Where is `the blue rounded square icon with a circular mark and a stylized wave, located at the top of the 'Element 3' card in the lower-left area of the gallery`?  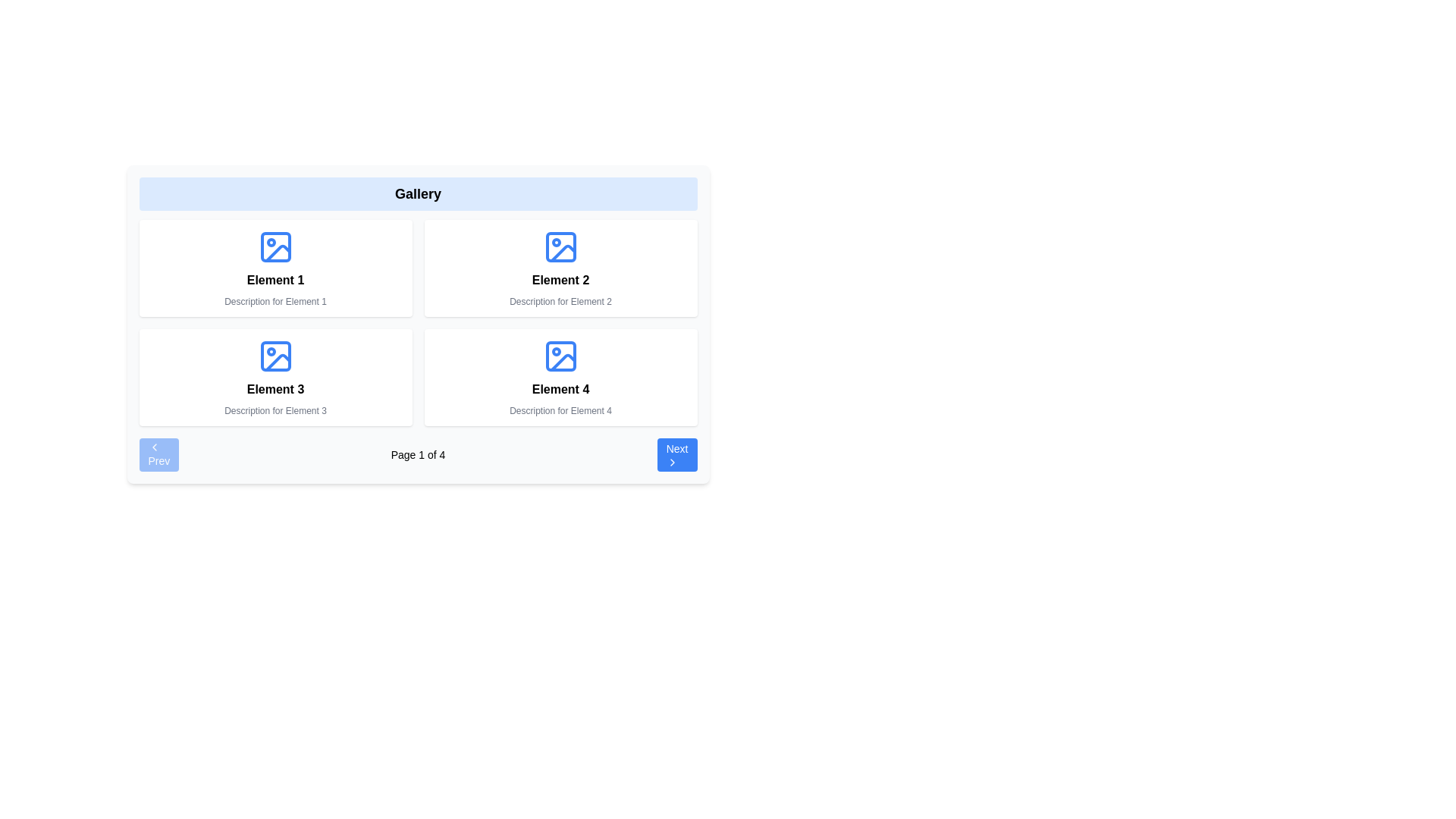 the blue rounded square icon with a circular mark and a stylized wave, located at the top of the 'Element 3' card in the lower-left area of the gallery is located at coordinates (275, 356).